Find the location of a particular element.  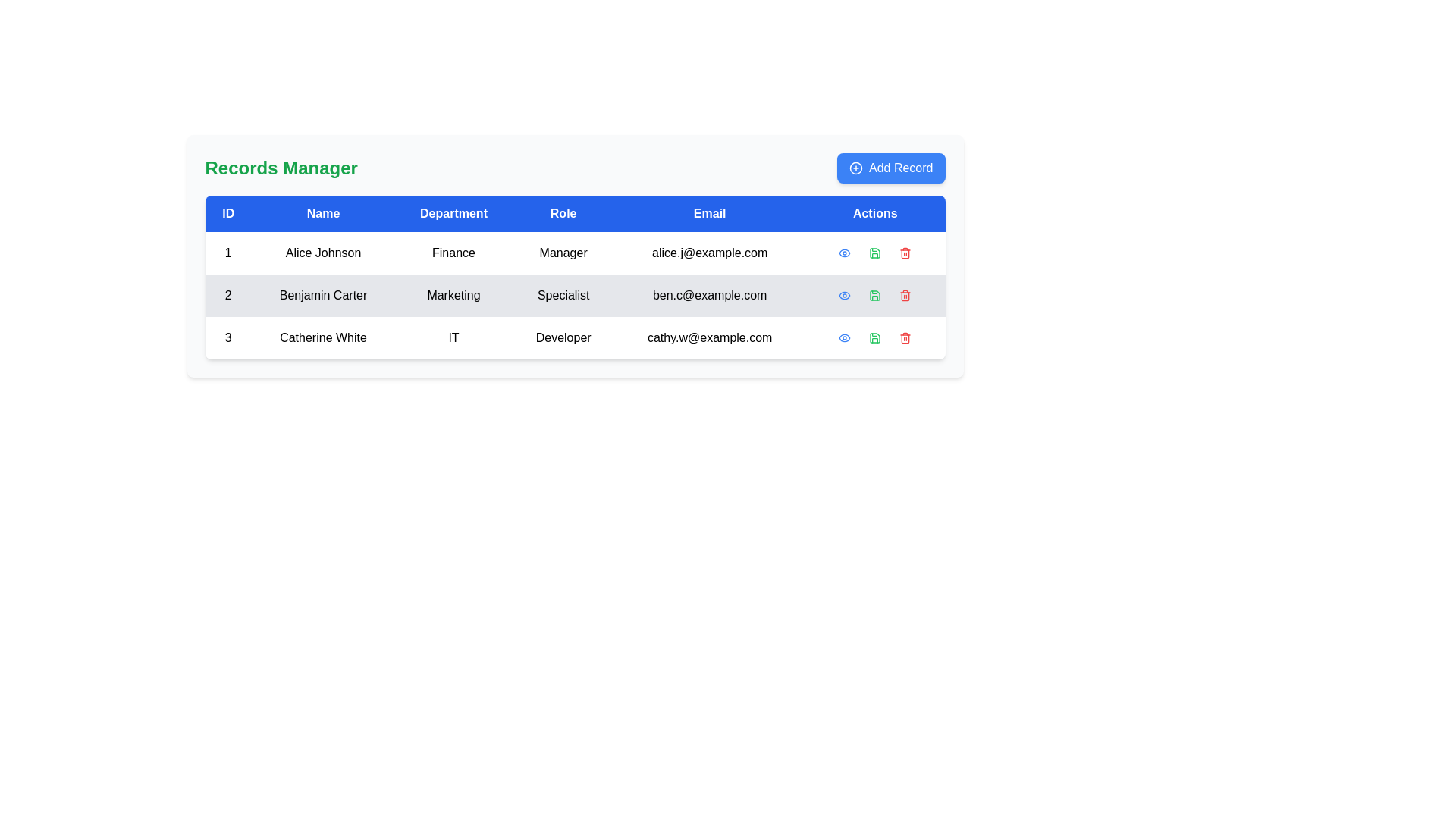

the circular eye icon with a blue outline in the 'Actions' column, third row associated with user 'Catherine White' is located at coordinates (844, 295).